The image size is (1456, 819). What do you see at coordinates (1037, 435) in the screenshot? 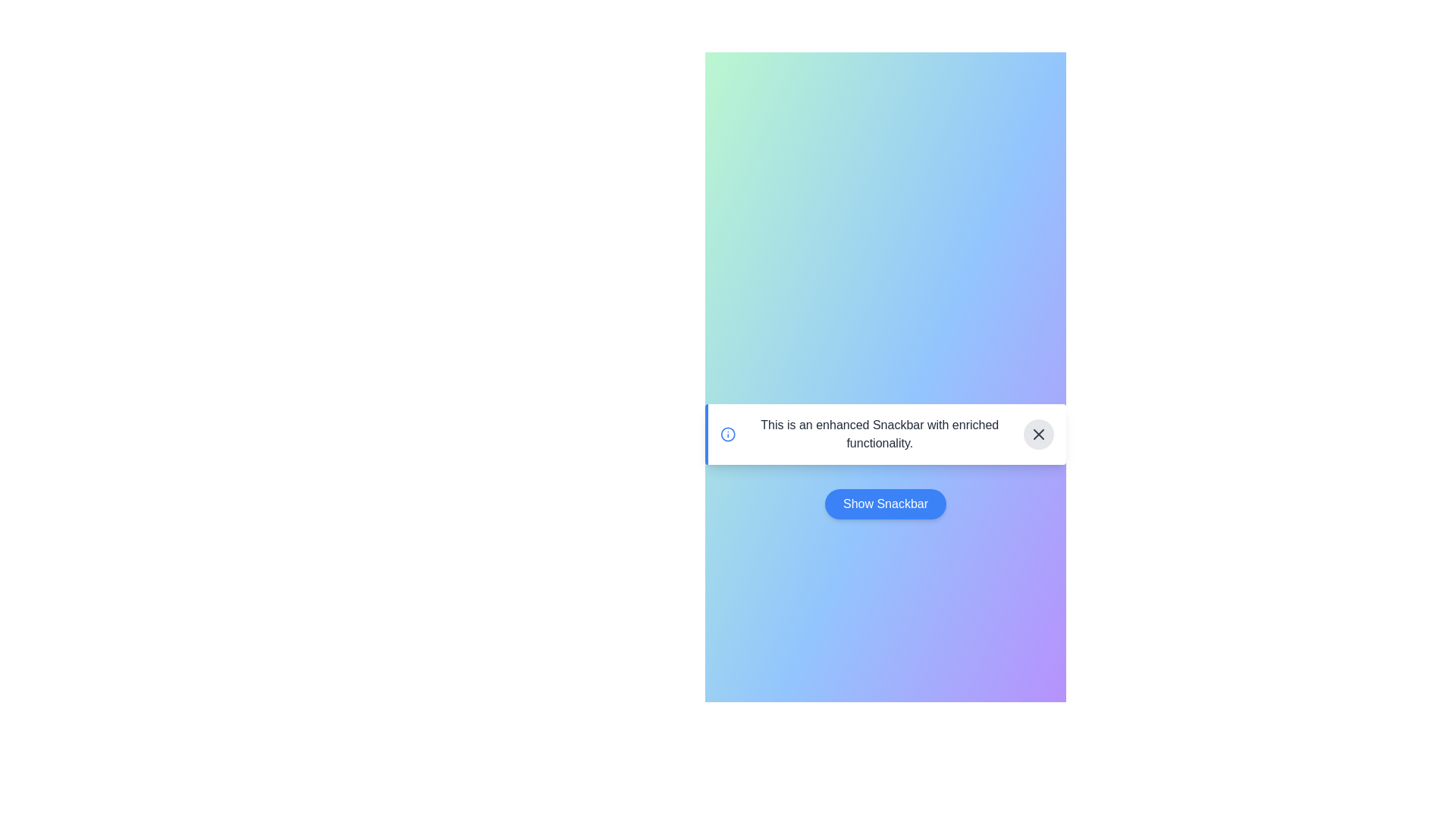
I see `the close button located at the far right of the white notification bar` at bounding box center [1037, 435].